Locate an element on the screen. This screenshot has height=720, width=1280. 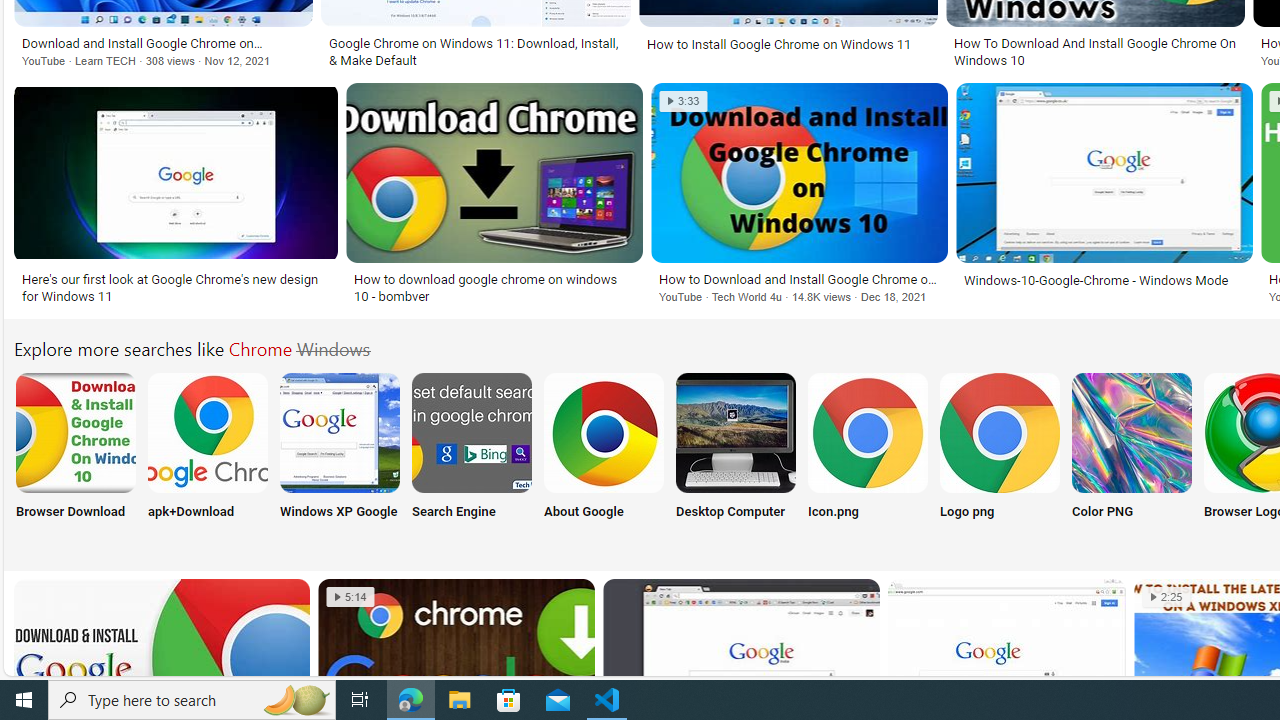
'About Google' is located at coordinates (603, 457).